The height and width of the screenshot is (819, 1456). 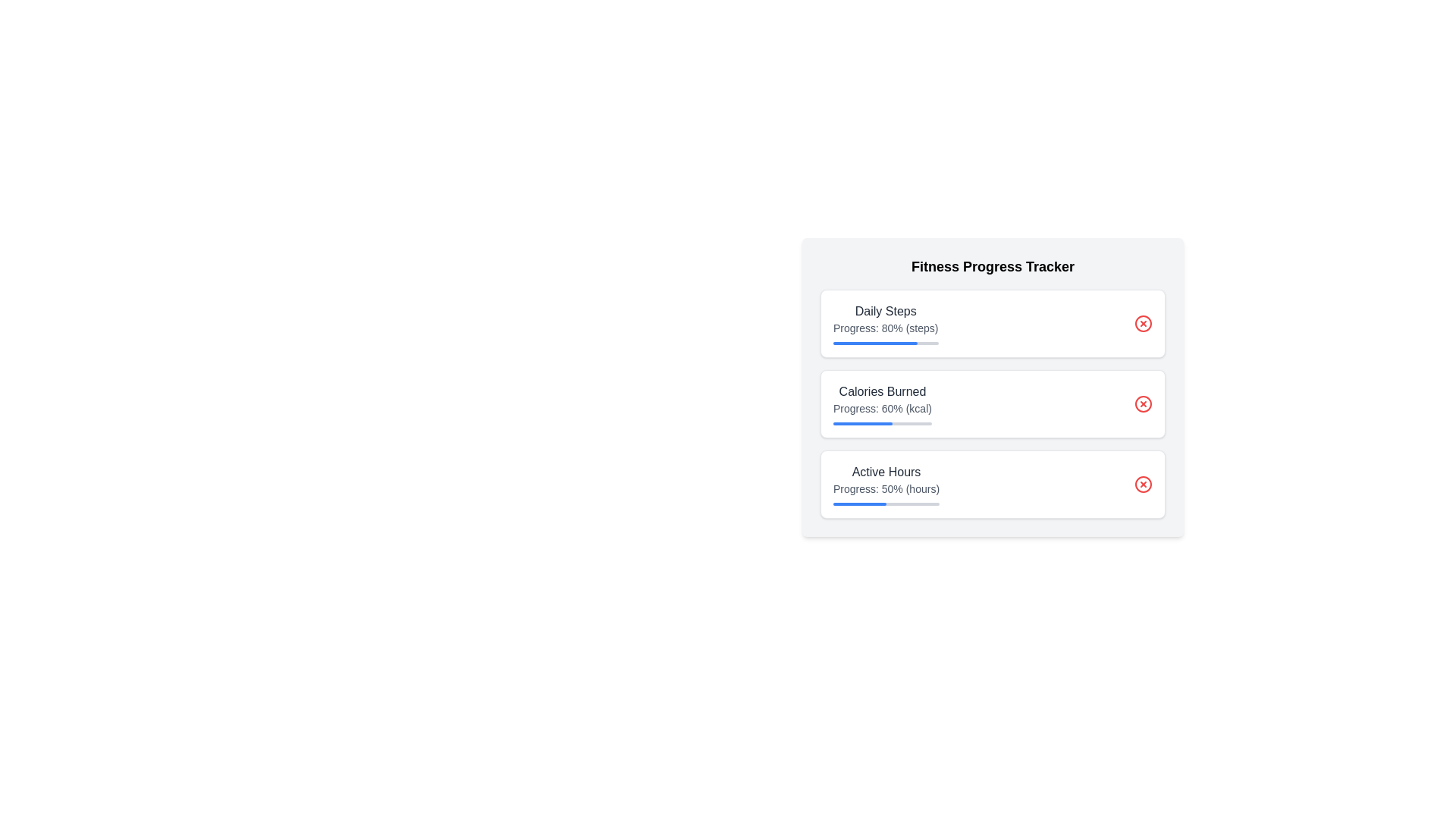 I want to click on the progress bar indicating 60% completion for the 'Calories Burned' metric in the fitness tracker card, so click(x=862, y=424).